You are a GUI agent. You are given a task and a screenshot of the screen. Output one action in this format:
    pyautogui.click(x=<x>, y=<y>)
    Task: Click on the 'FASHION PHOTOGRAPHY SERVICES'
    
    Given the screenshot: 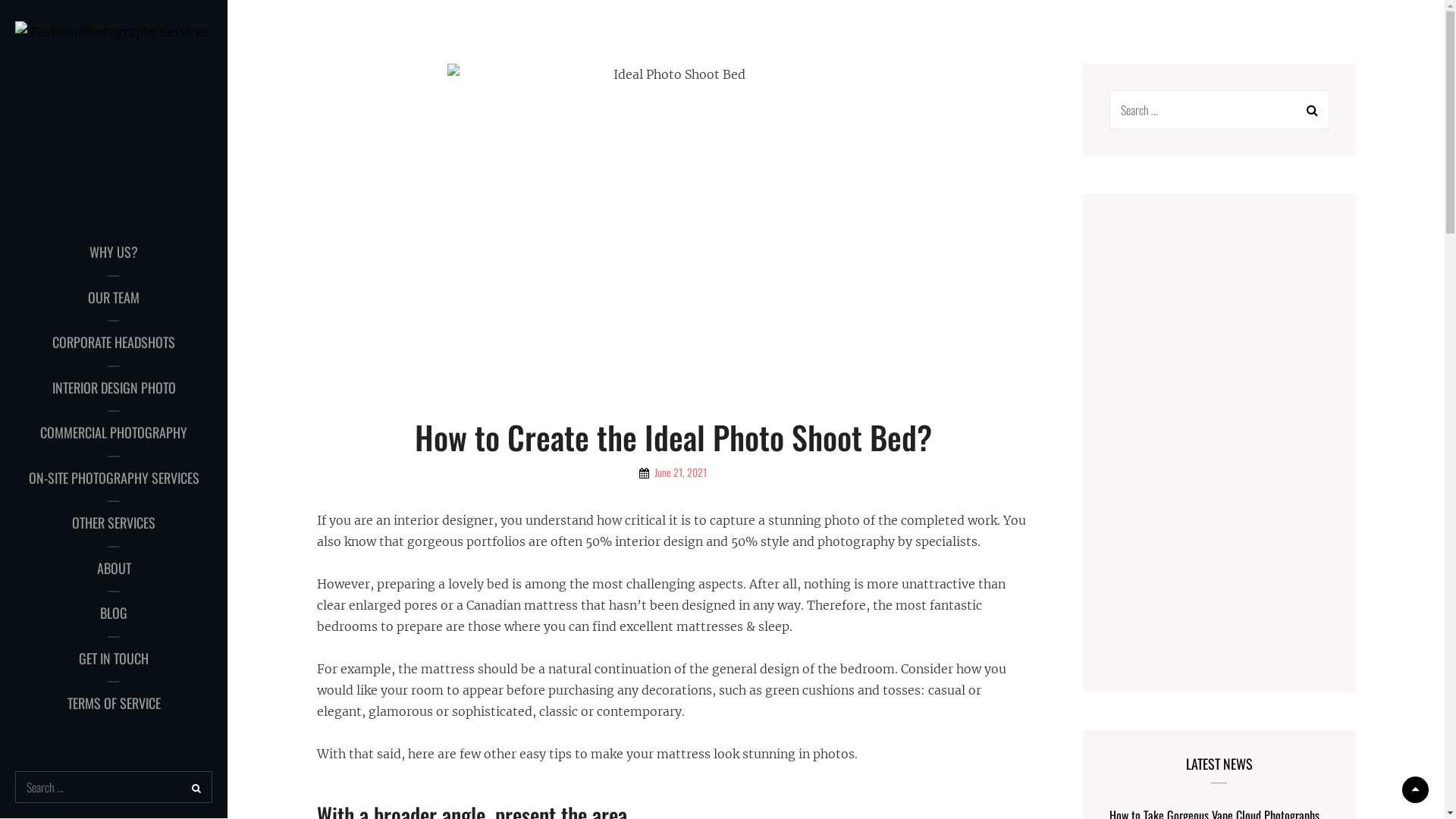 What is the action you would take?
    pyautogui.click(x=120, y=221)
    